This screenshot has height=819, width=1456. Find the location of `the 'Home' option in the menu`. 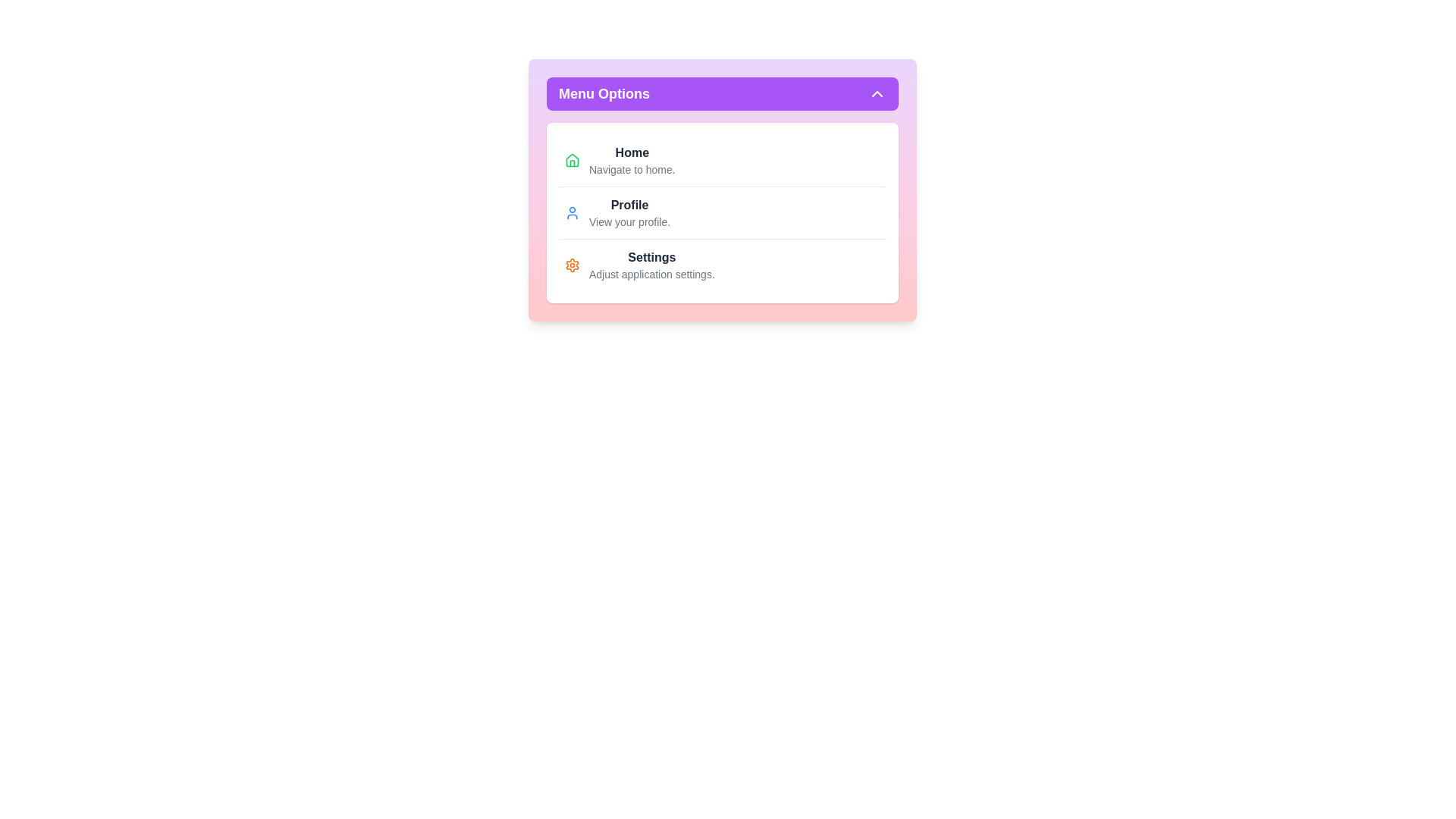

the 'Home' option in the menu is located at coordinates (632, 152).